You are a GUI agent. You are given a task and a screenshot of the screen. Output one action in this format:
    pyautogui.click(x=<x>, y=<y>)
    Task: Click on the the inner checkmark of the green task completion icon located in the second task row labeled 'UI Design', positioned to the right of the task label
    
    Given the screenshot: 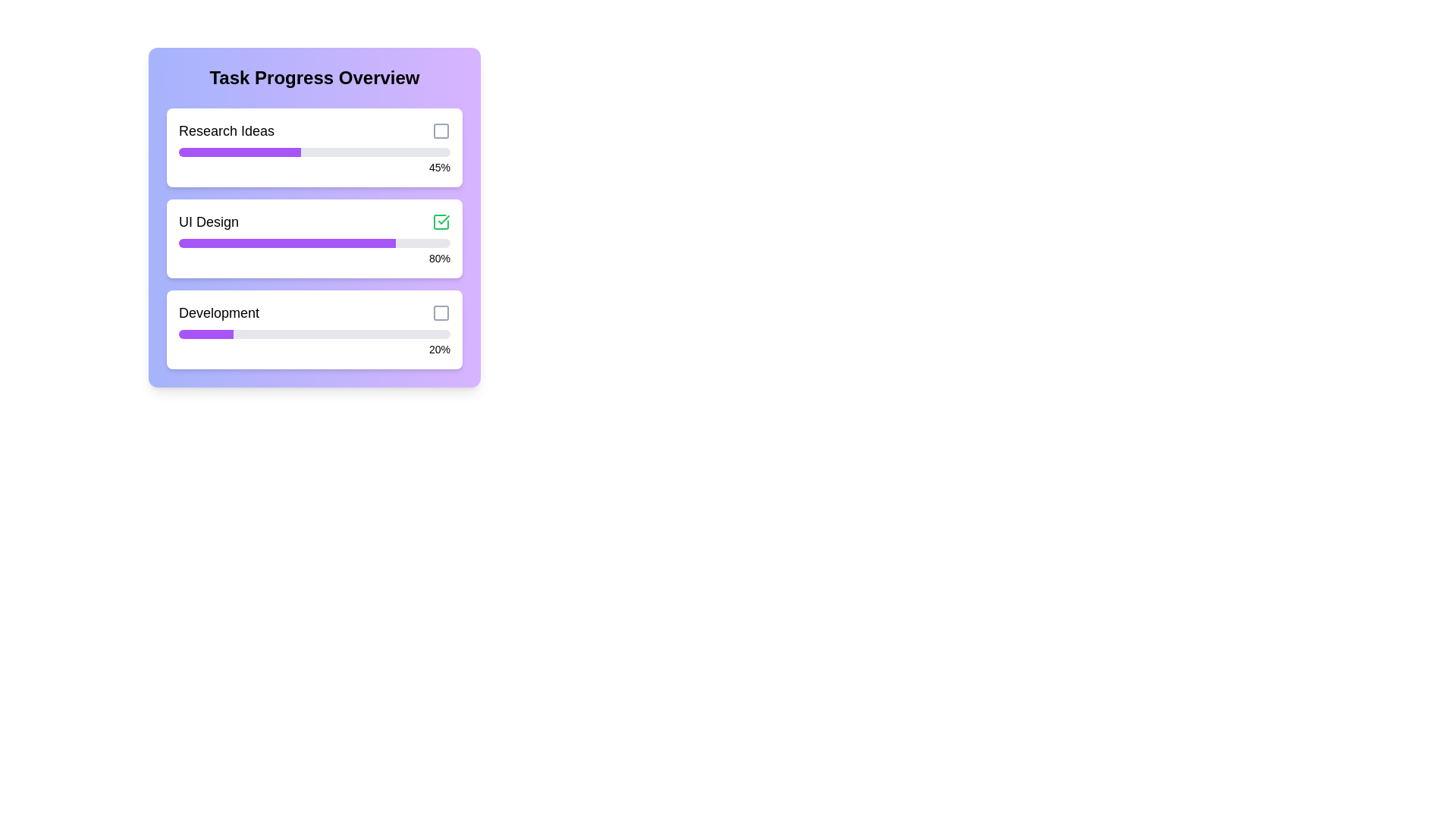 What is the action you would take?
    pyautogui.click(x=443, y=219)
    